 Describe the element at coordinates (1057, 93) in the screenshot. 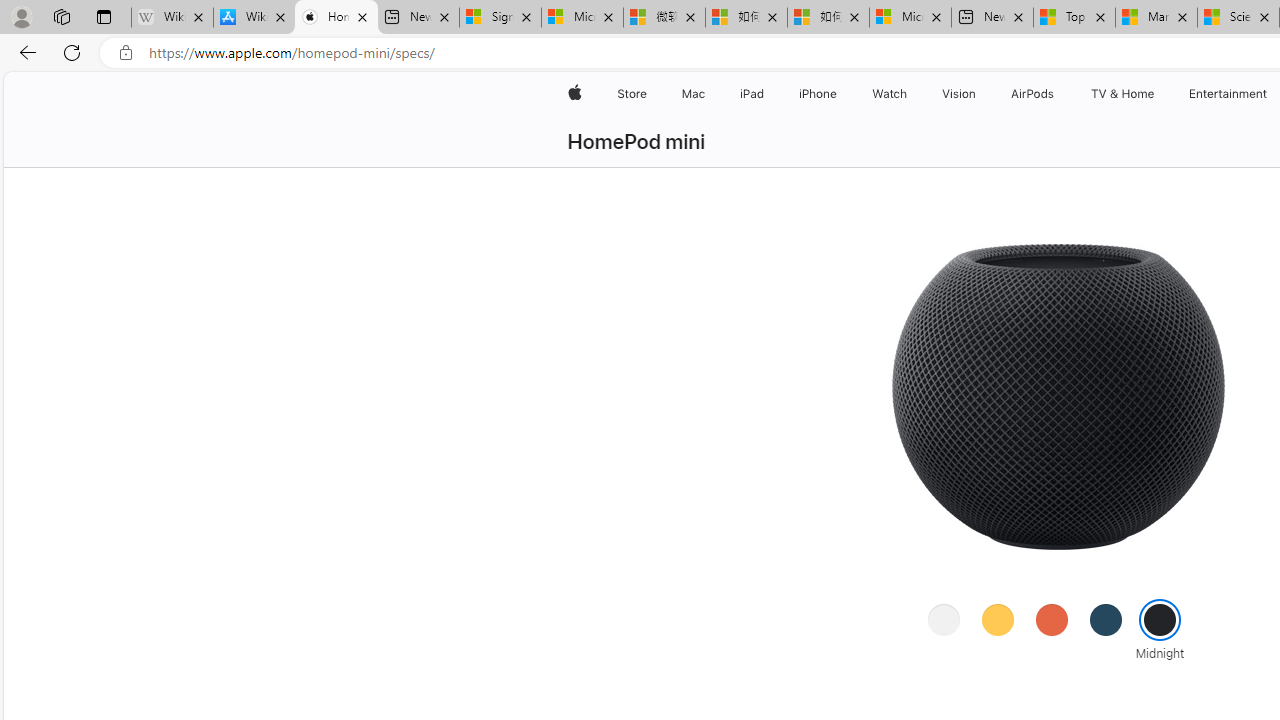

I see `'AirPods menu'` at that location.